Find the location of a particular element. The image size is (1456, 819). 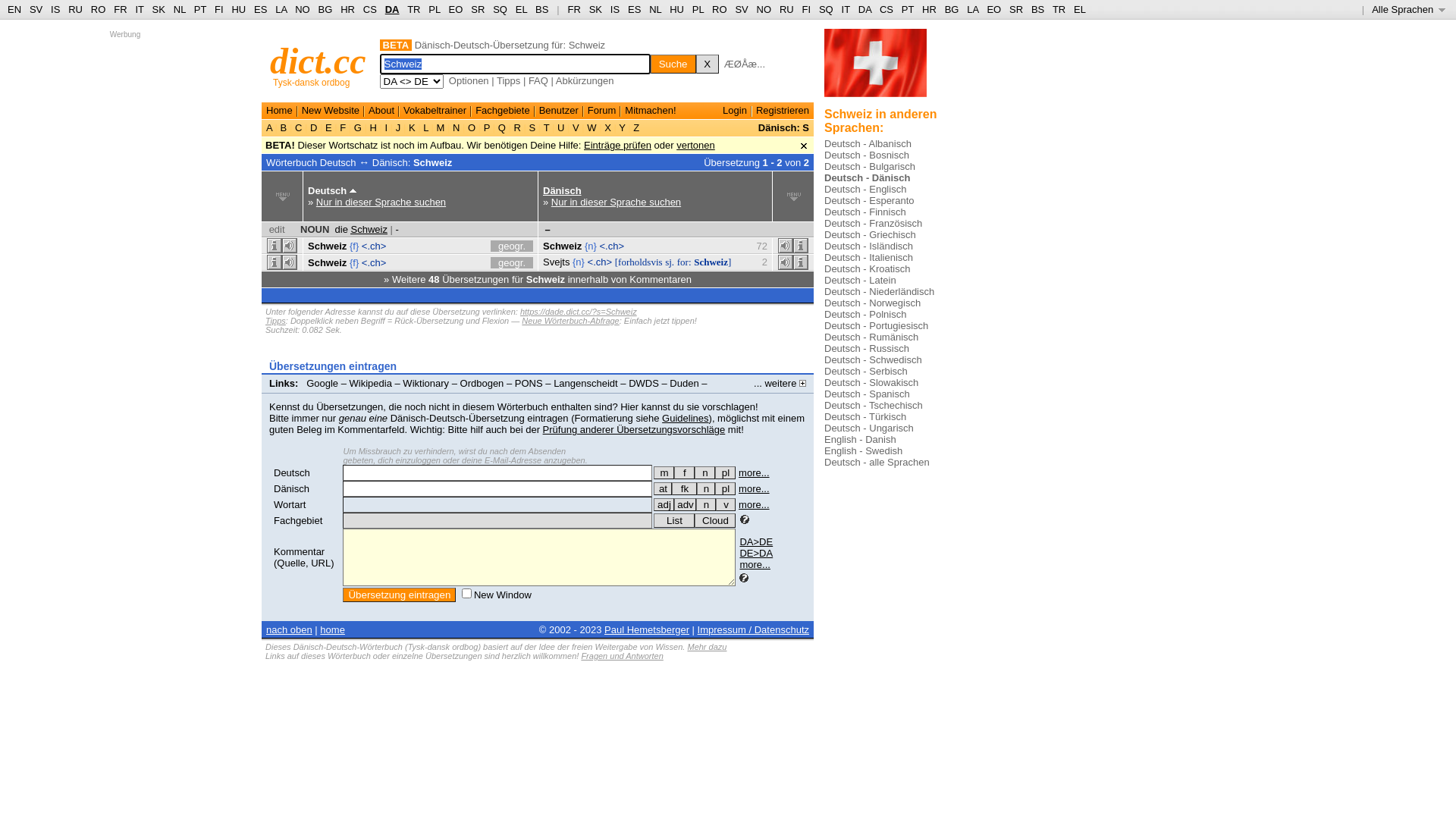

'A' is located at coordinates (270, 127).